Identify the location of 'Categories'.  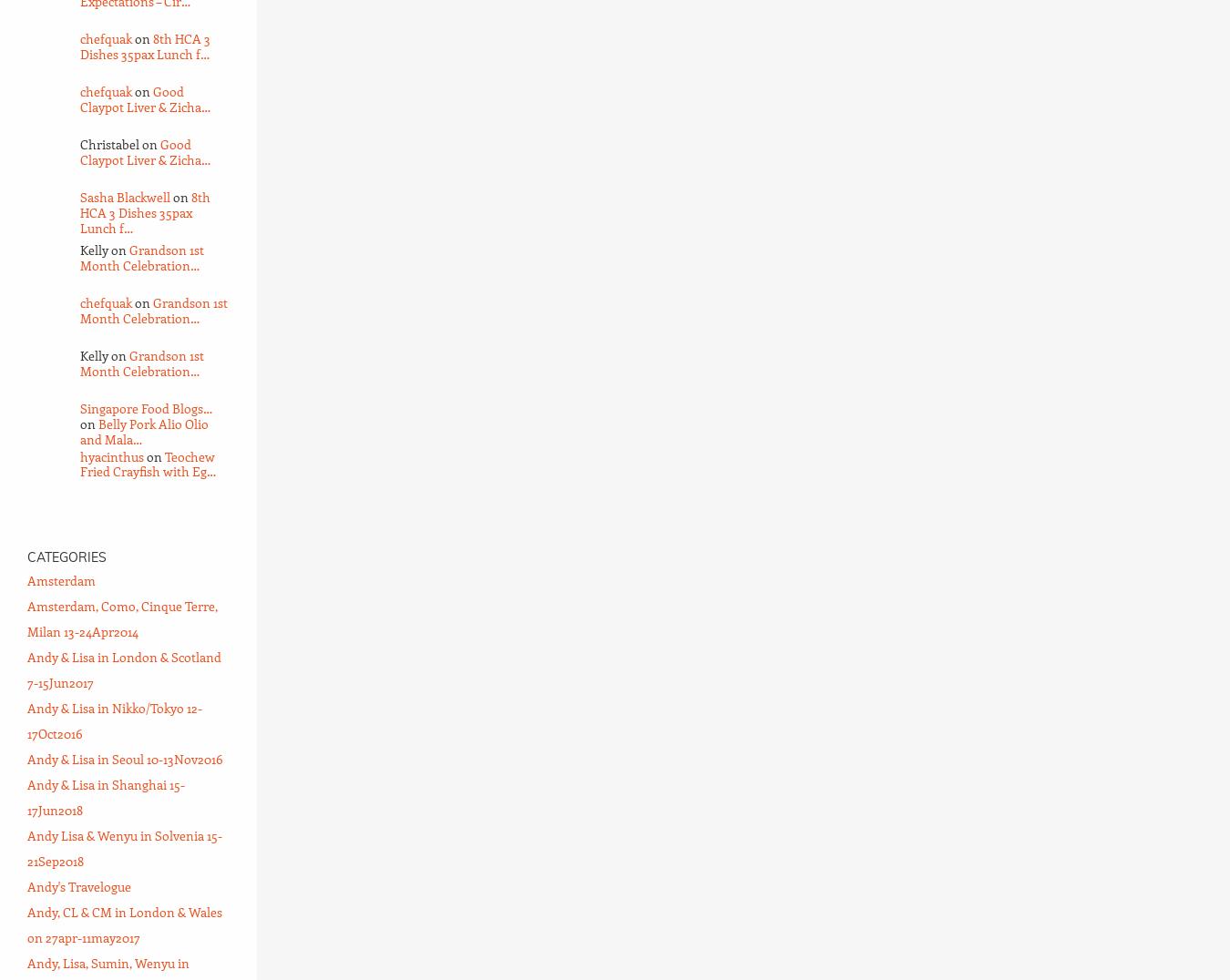
(66, 556).